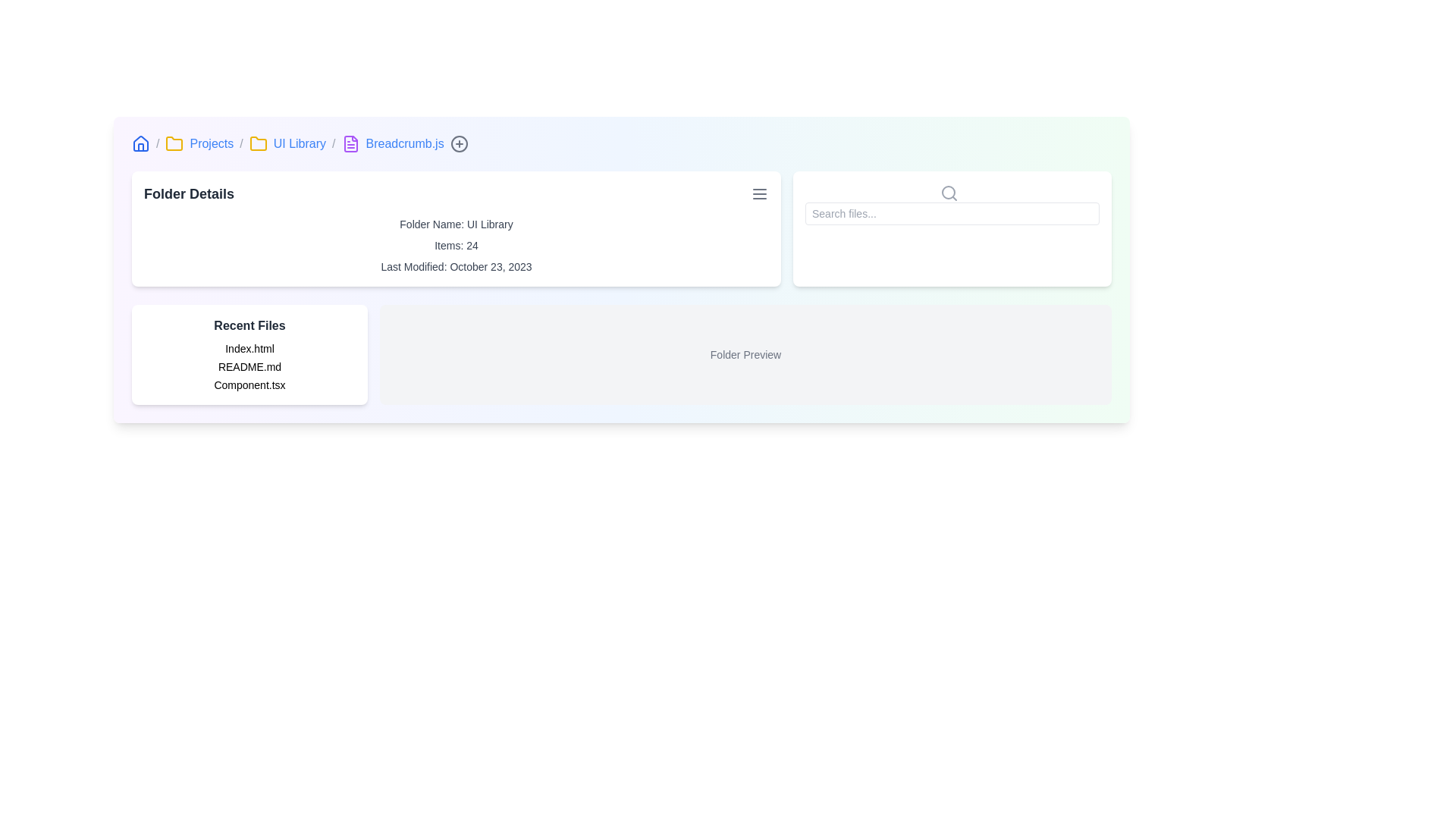 The image size is (1456, 819). What do you see at coordinates (300, 143) in the screenshot?
I see `the 'UI Library' breadcrumb link` at bounding box center [300, 143].